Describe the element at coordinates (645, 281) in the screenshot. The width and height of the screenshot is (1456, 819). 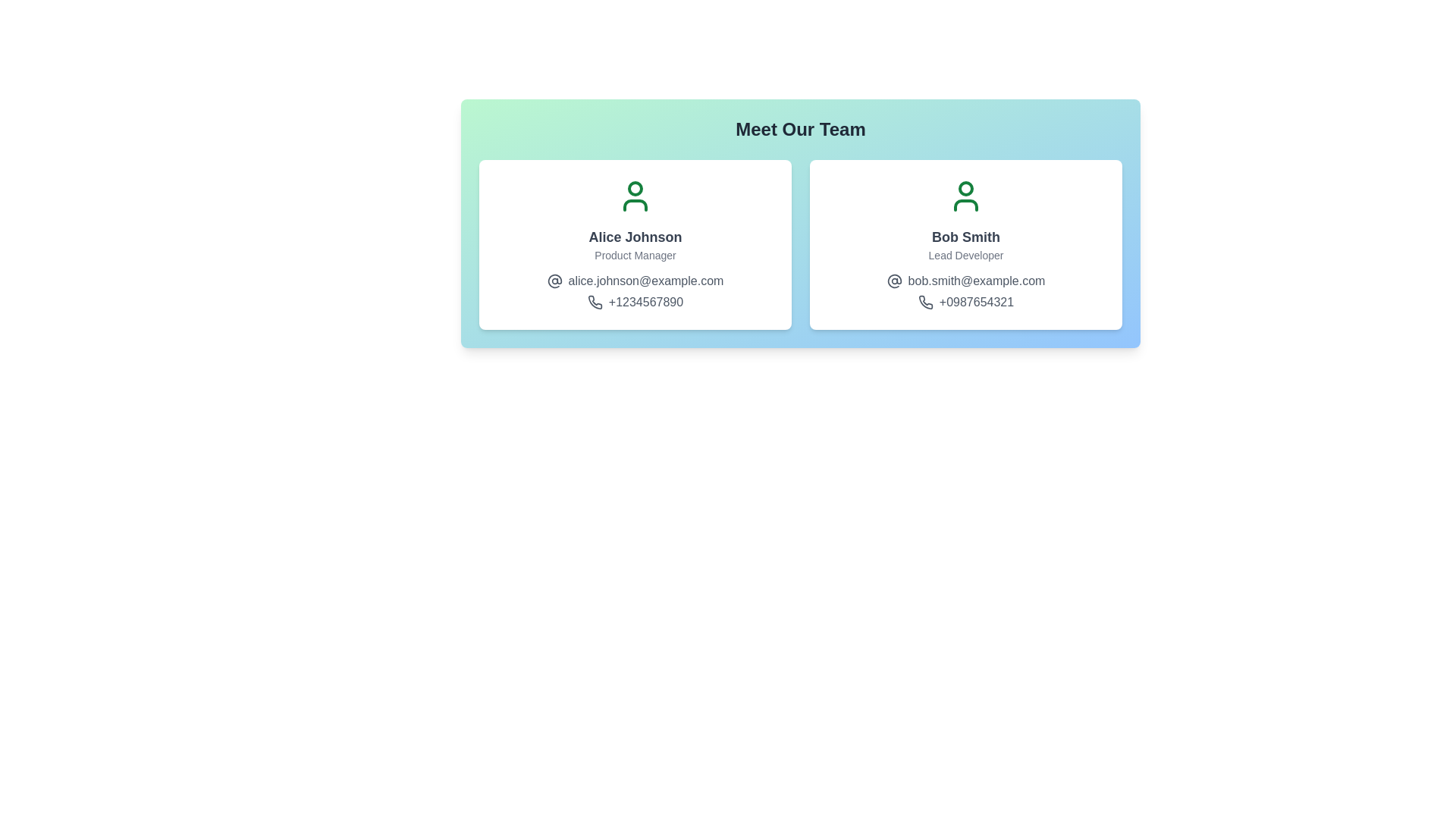
I see `on the email address 'alice.johnson@example.com' displayed in gray text below 'Alice Johnson' in the bottom-left section of the left card` at that location.